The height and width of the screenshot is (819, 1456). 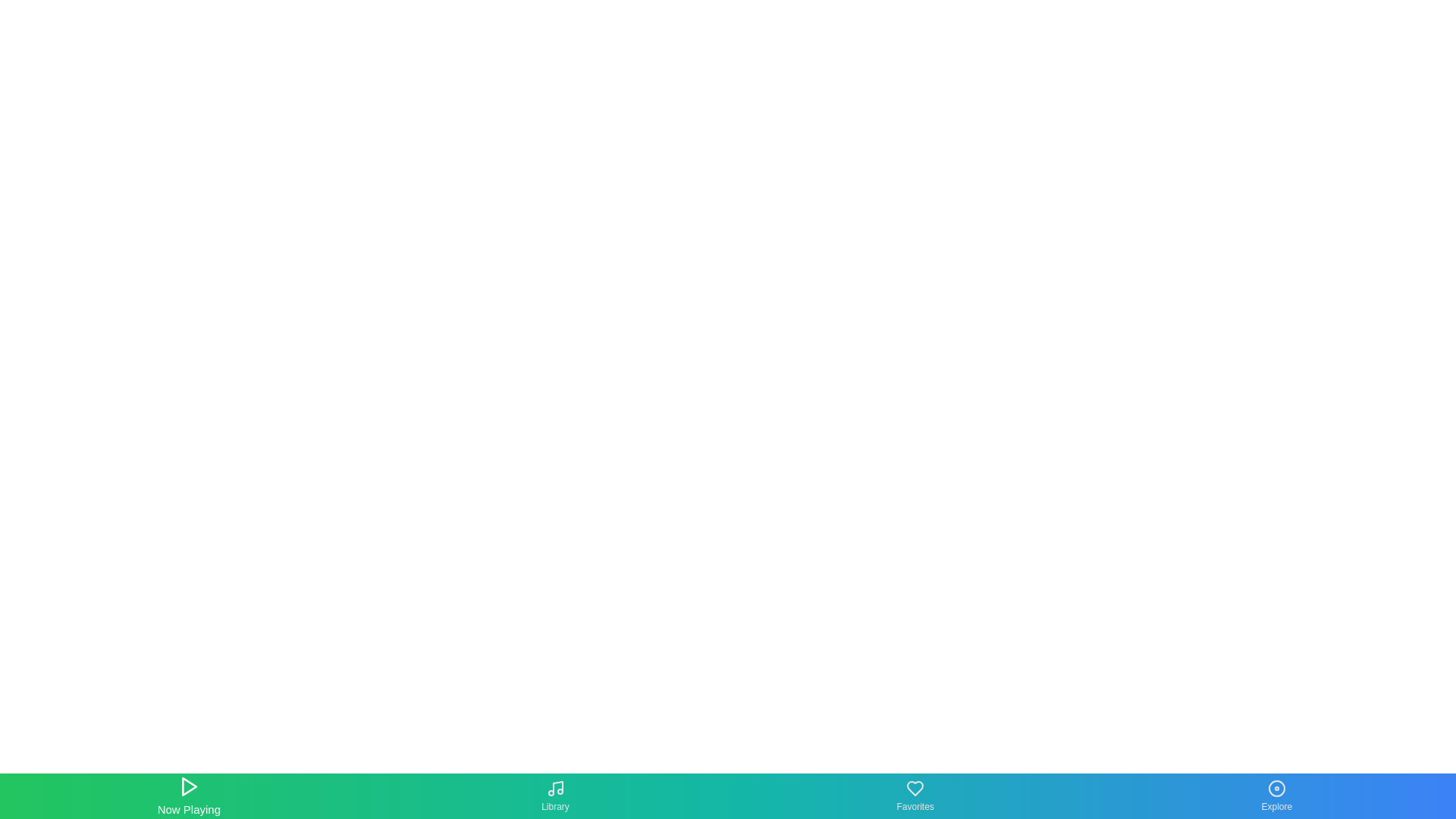 What do you see at coordinates (1276, 795) in the screenshot?
I see `the Explore tab in the bottom navigation bar` at bounding box center [1276, 795].